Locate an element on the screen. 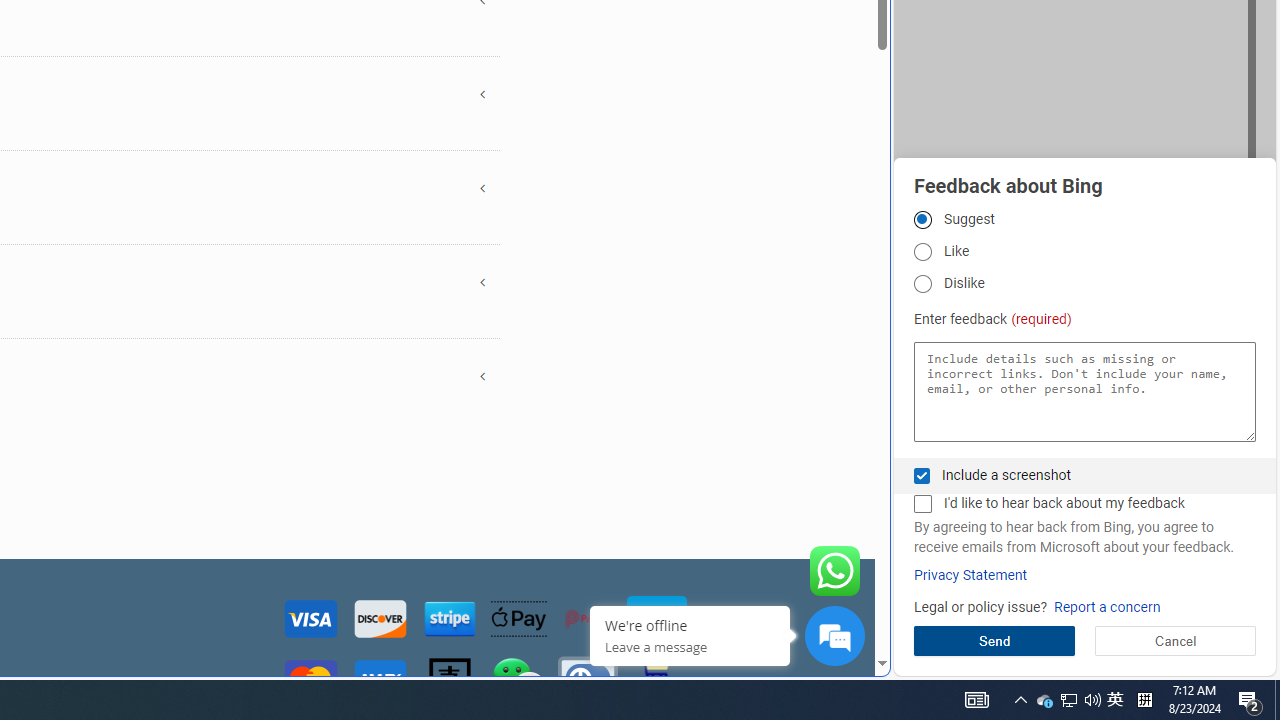  'Include a screenshot' is located at coordinates (921, 475).